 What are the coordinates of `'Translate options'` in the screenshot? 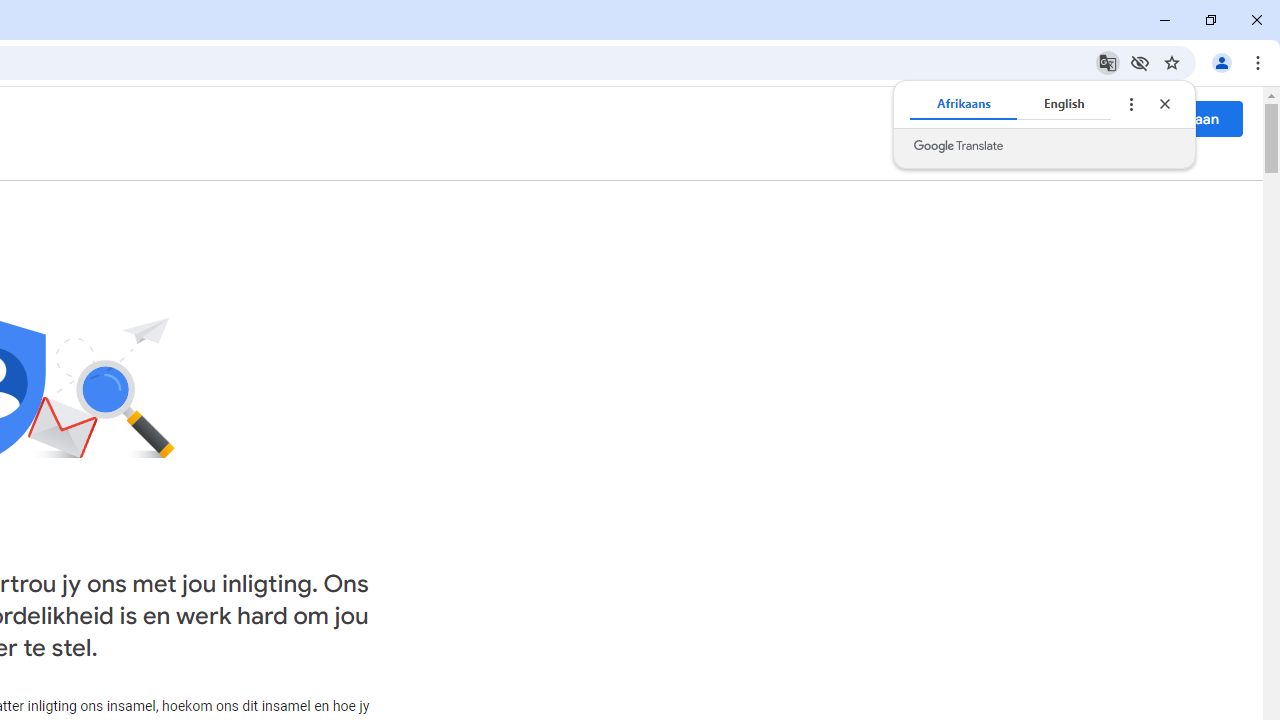 It's located at (1130, 104).